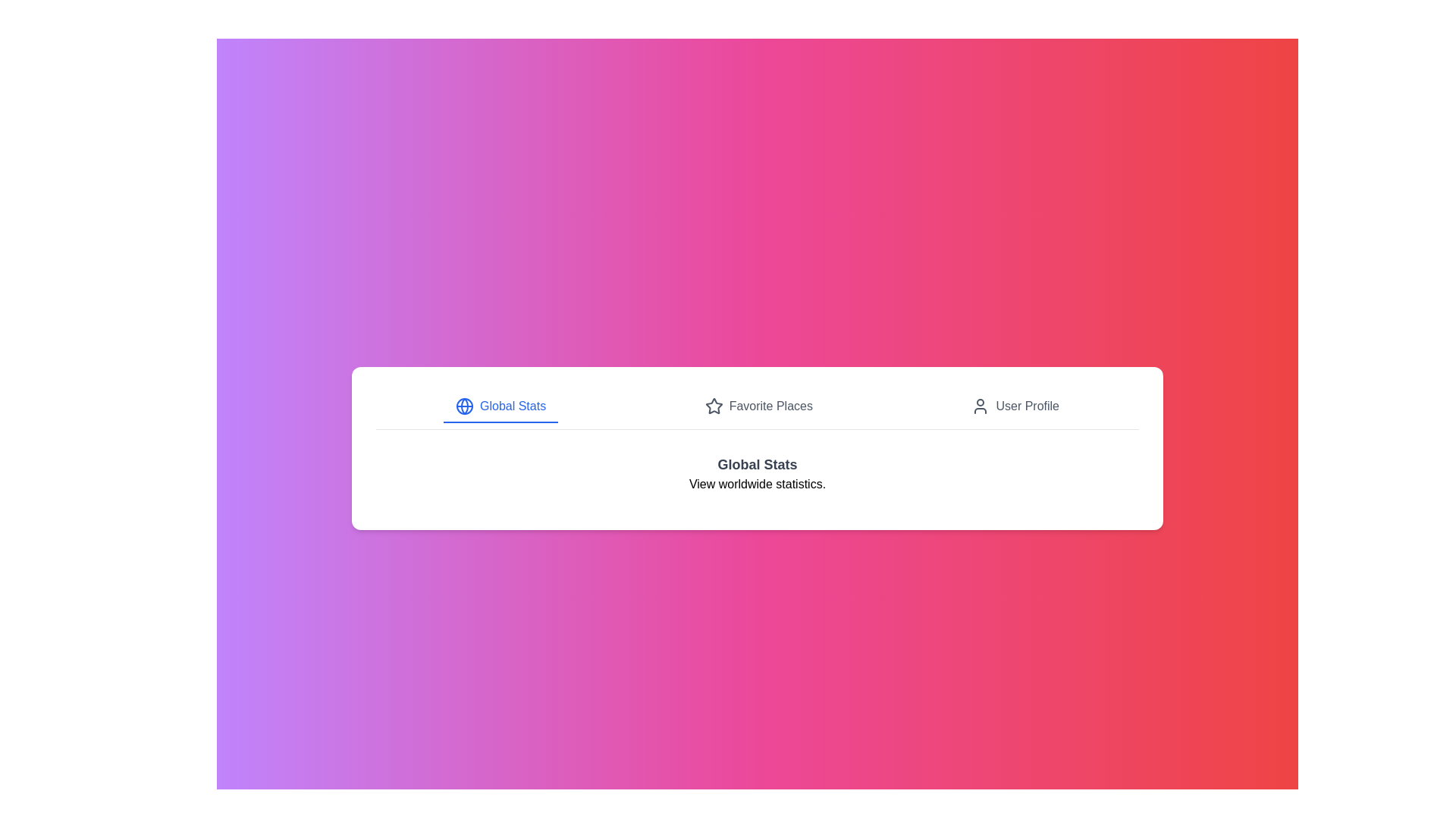  Describe the element at coordinates (713, 405) in the screenshot. I see `the star-shaped icon located in the middle section of the navigation bar, preceding the text label 'Favorite Places'` at that location.